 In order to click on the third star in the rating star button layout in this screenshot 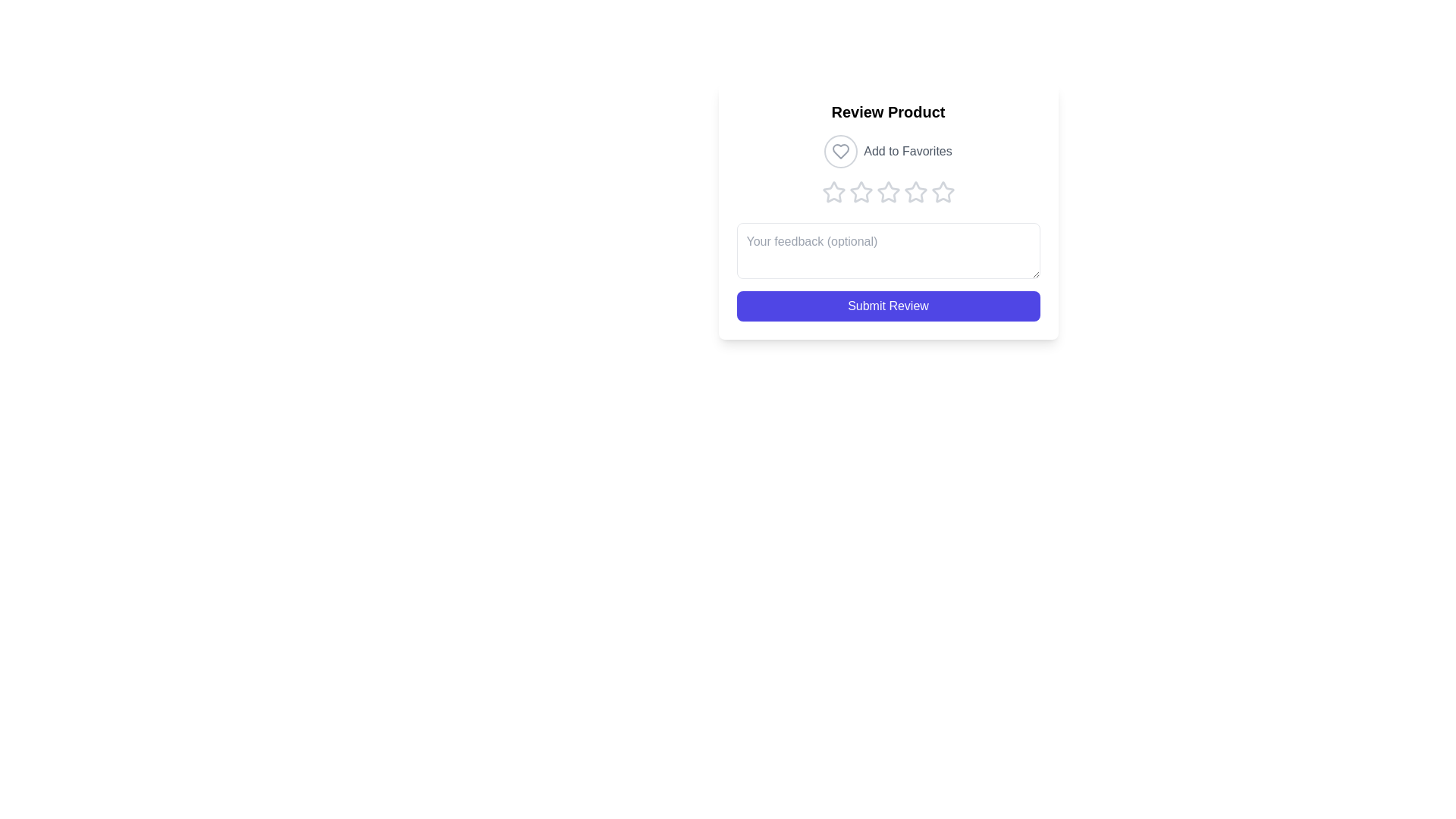, I will do `click(888, 192)`.